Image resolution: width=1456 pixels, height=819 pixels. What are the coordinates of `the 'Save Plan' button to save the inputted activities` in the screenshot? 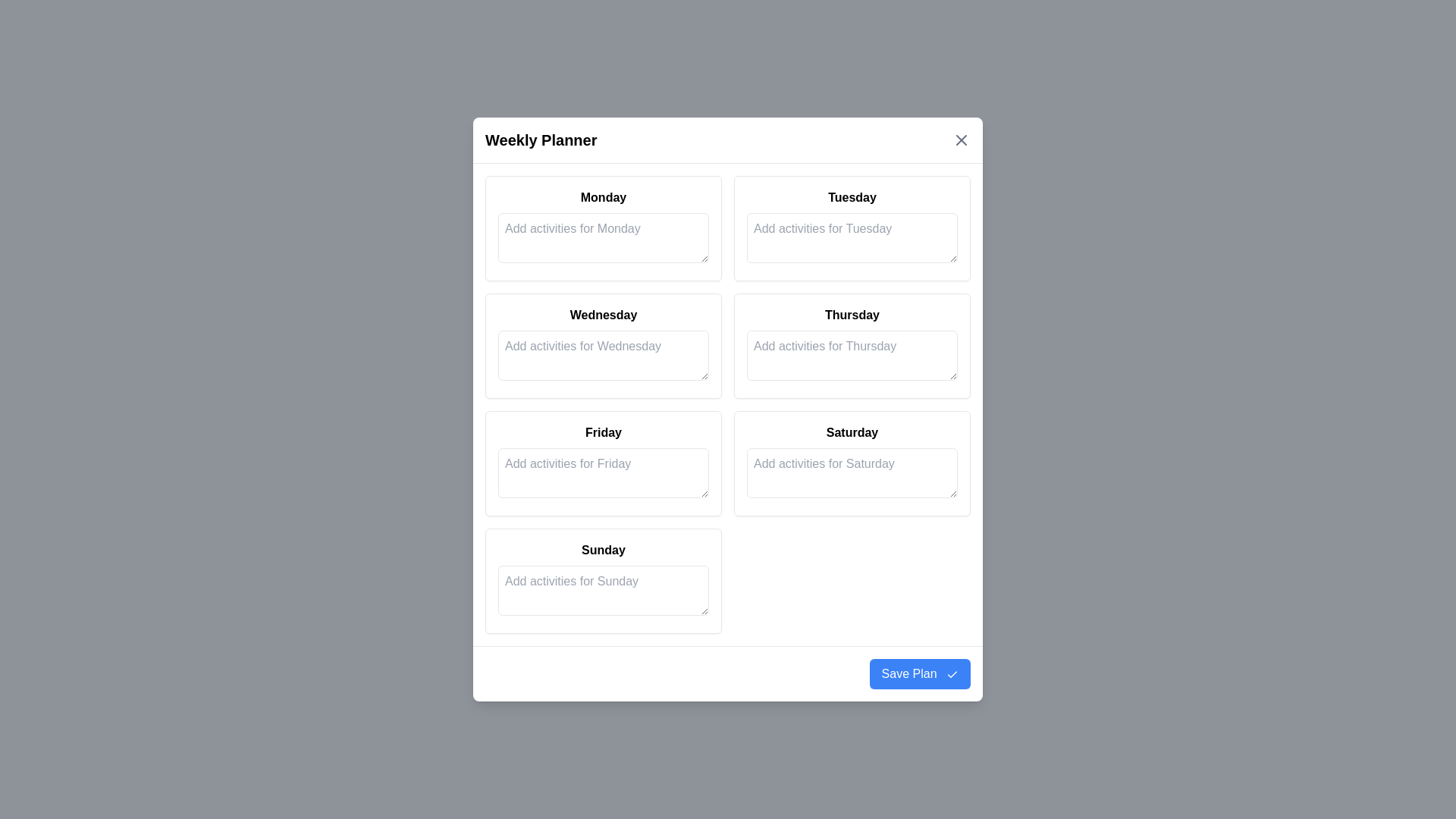 It's located at (919, 673).